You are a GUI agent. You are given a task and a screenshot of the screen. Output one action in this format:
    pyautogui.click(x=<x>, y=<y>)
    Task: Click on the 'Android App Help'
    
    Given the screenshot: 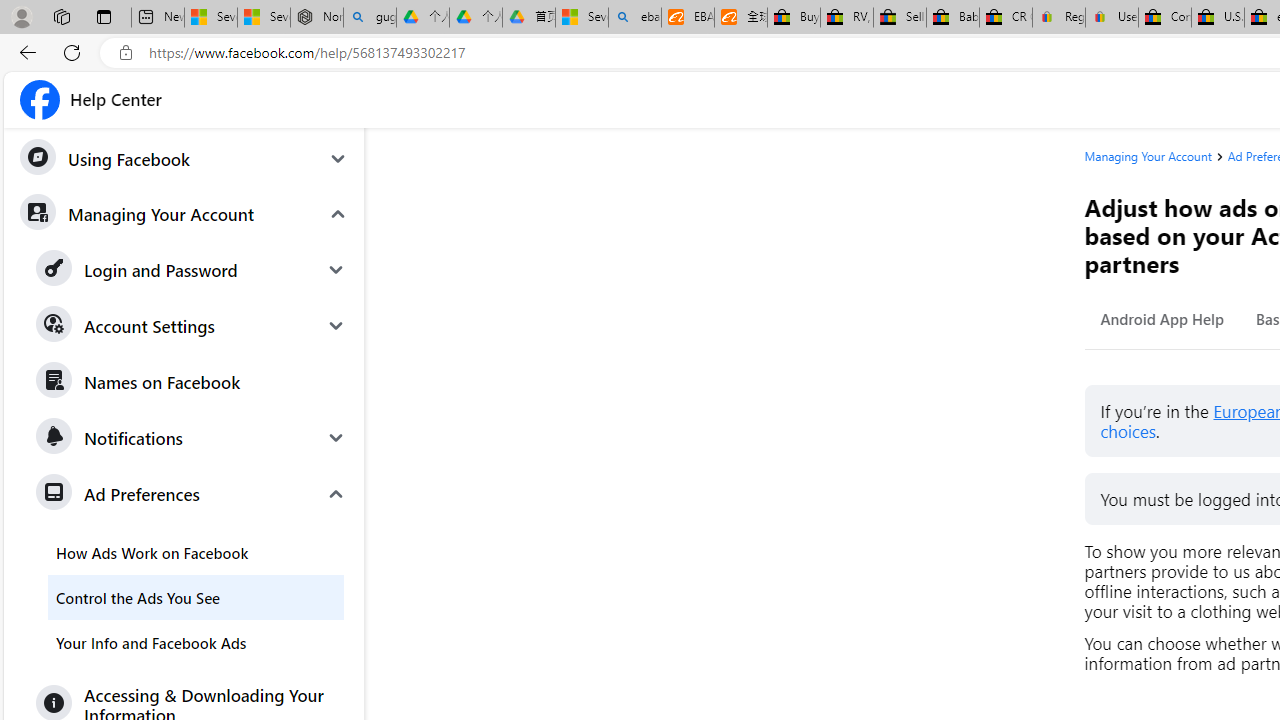 What is the action you would take?
    pyautogui.click(x=1162, y=318)
    